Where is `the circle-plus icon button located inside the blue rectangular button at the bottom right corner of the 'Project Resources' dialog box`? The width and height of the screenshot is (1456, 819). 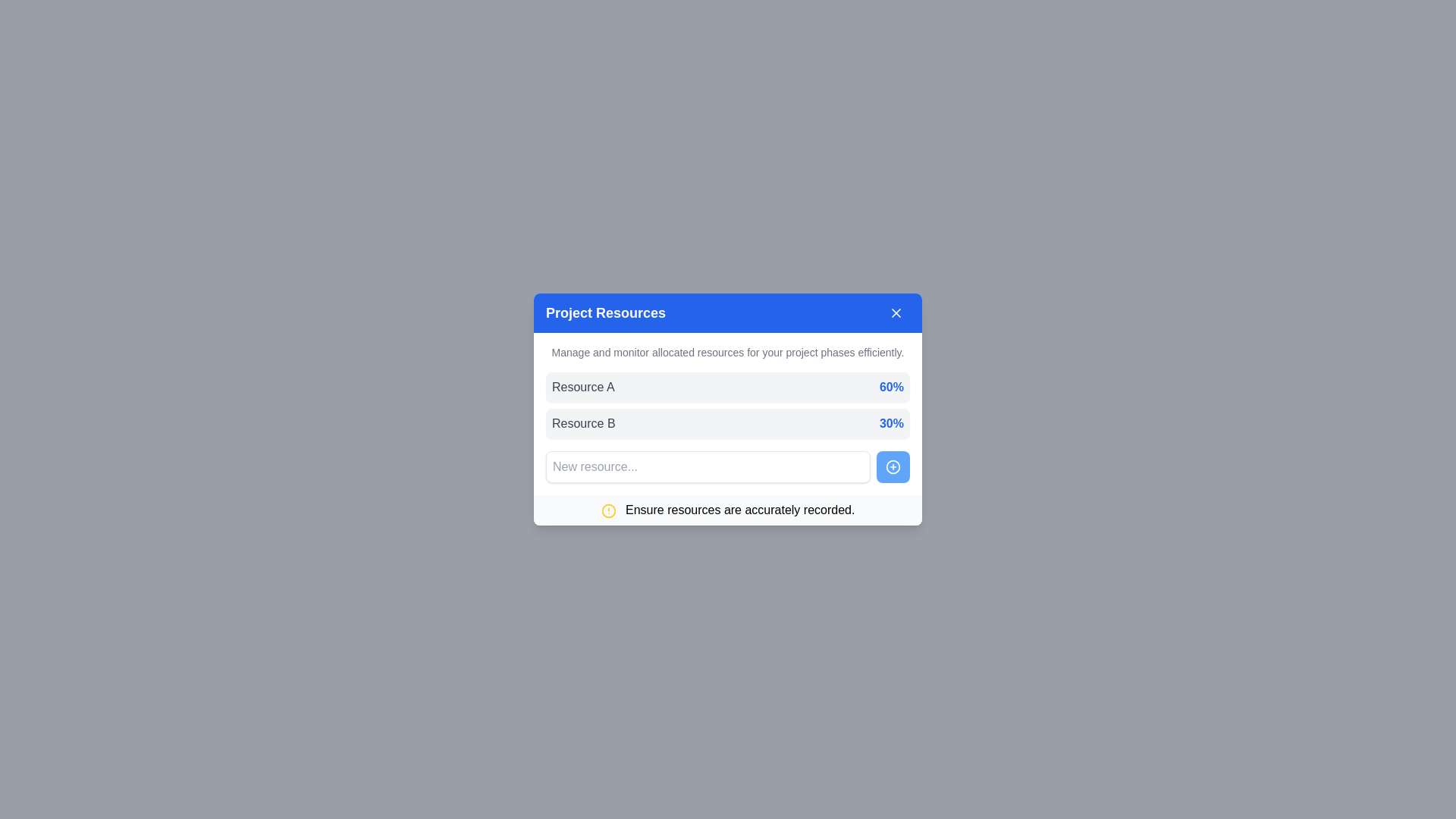 the circle-plus icon button located inside the blue rectangular button at the bottom right corner of the 'Project Resources' dialog box is located at coordinates (893, 466).